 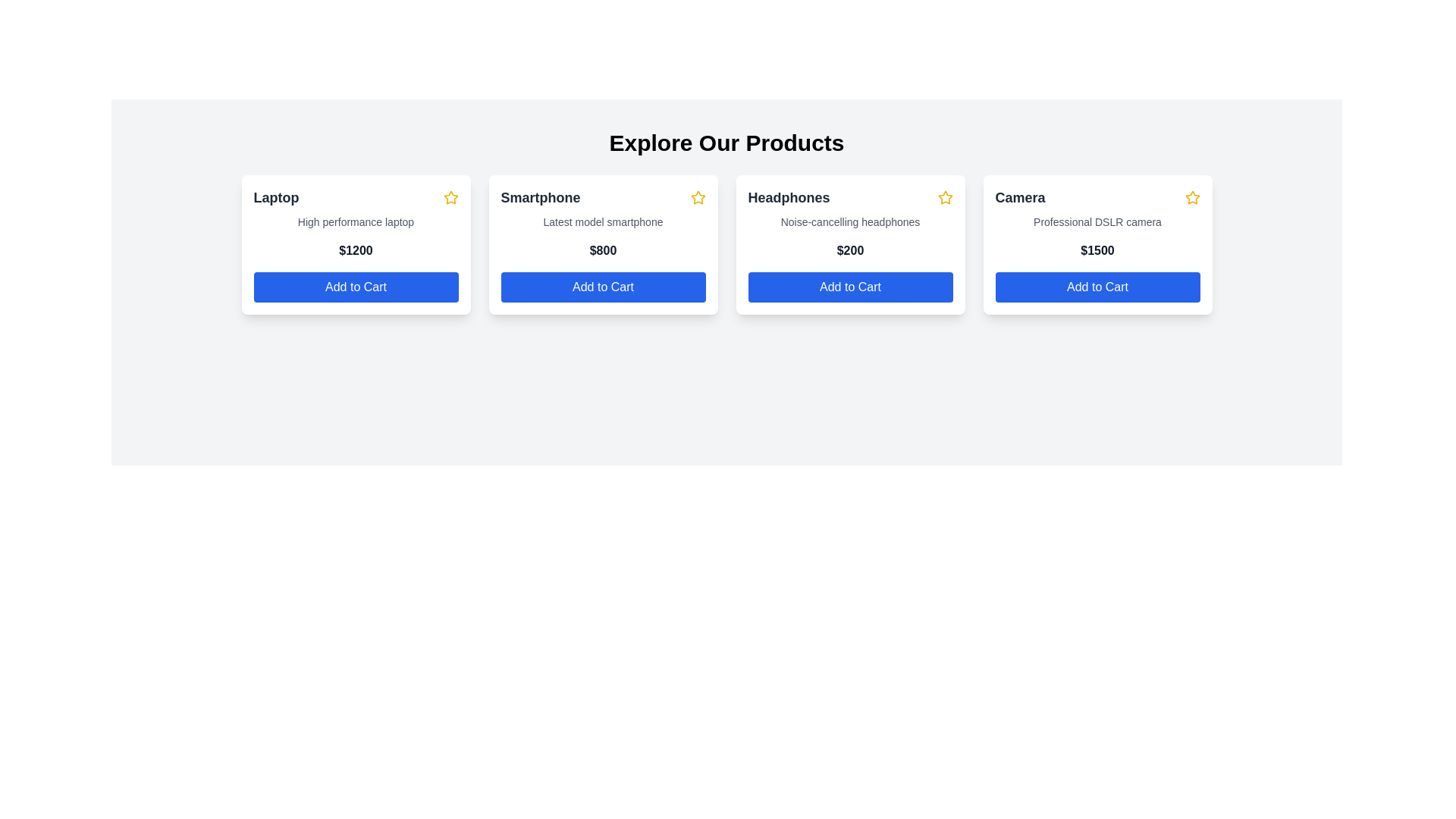 What do you see at coordinates (1097, 244) in the screenshot?
I see `product information from the product card component displaying details about the 'Camera', which is located in the fourth position of the grid layout` at bounding box center [1097, 244].